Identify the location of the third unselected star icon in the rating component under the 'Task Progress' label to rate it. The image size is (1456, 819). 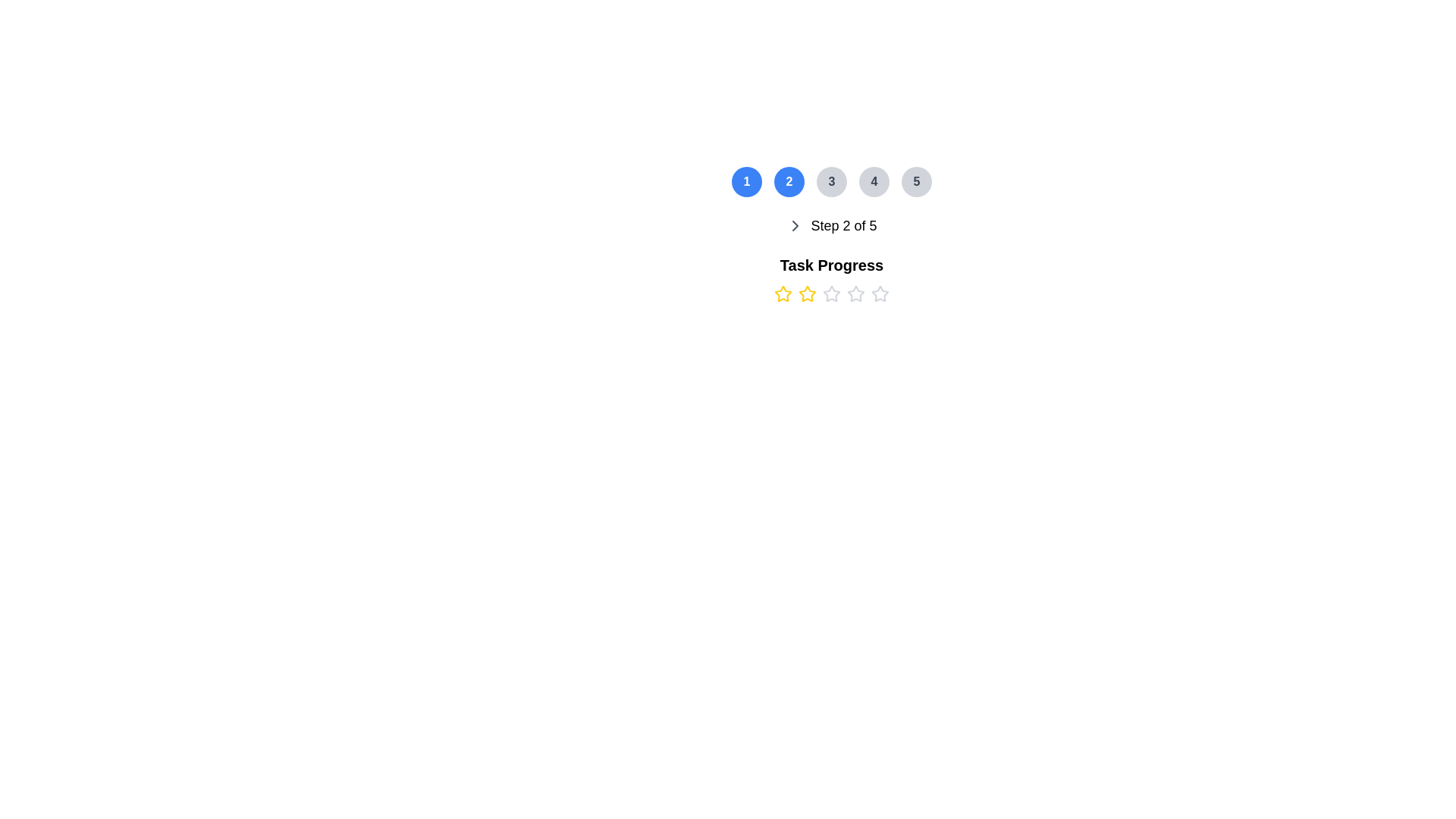
(855, 293).